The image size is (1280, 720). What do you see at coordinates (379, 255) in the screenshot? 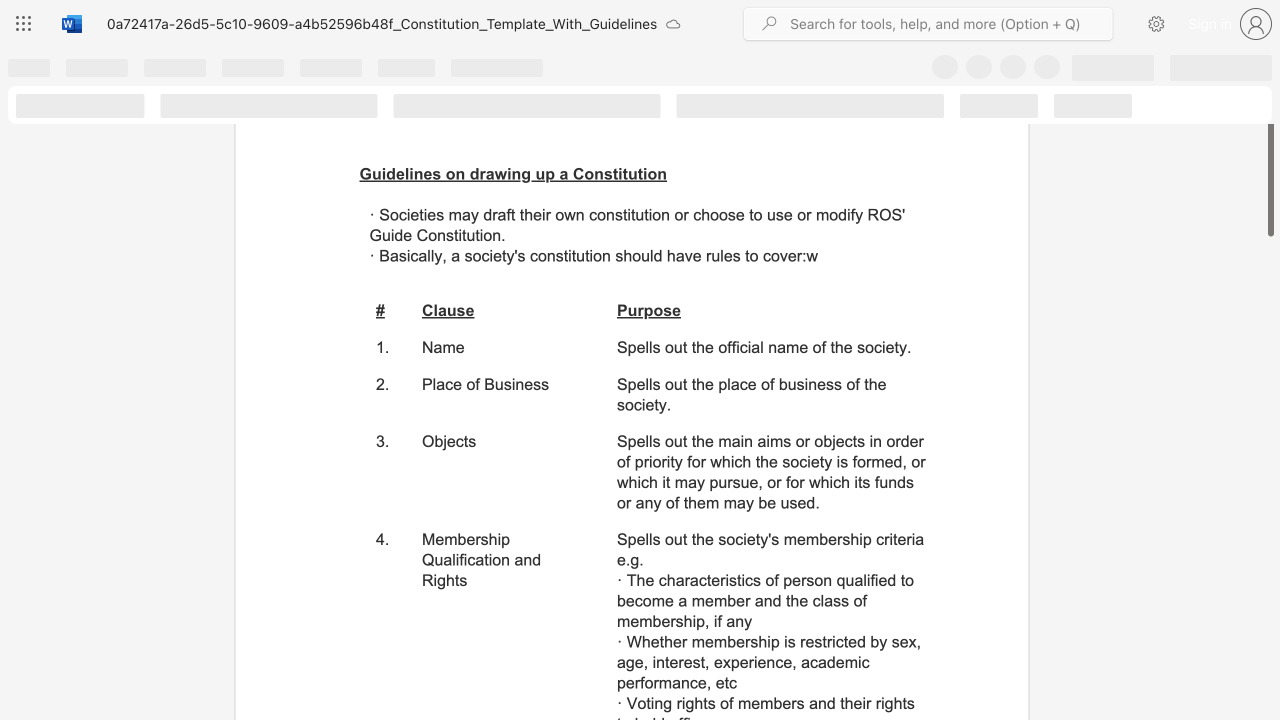
I see `the subset text "Ba" within the text "Basically, a"` at bounding box center [379, 255].